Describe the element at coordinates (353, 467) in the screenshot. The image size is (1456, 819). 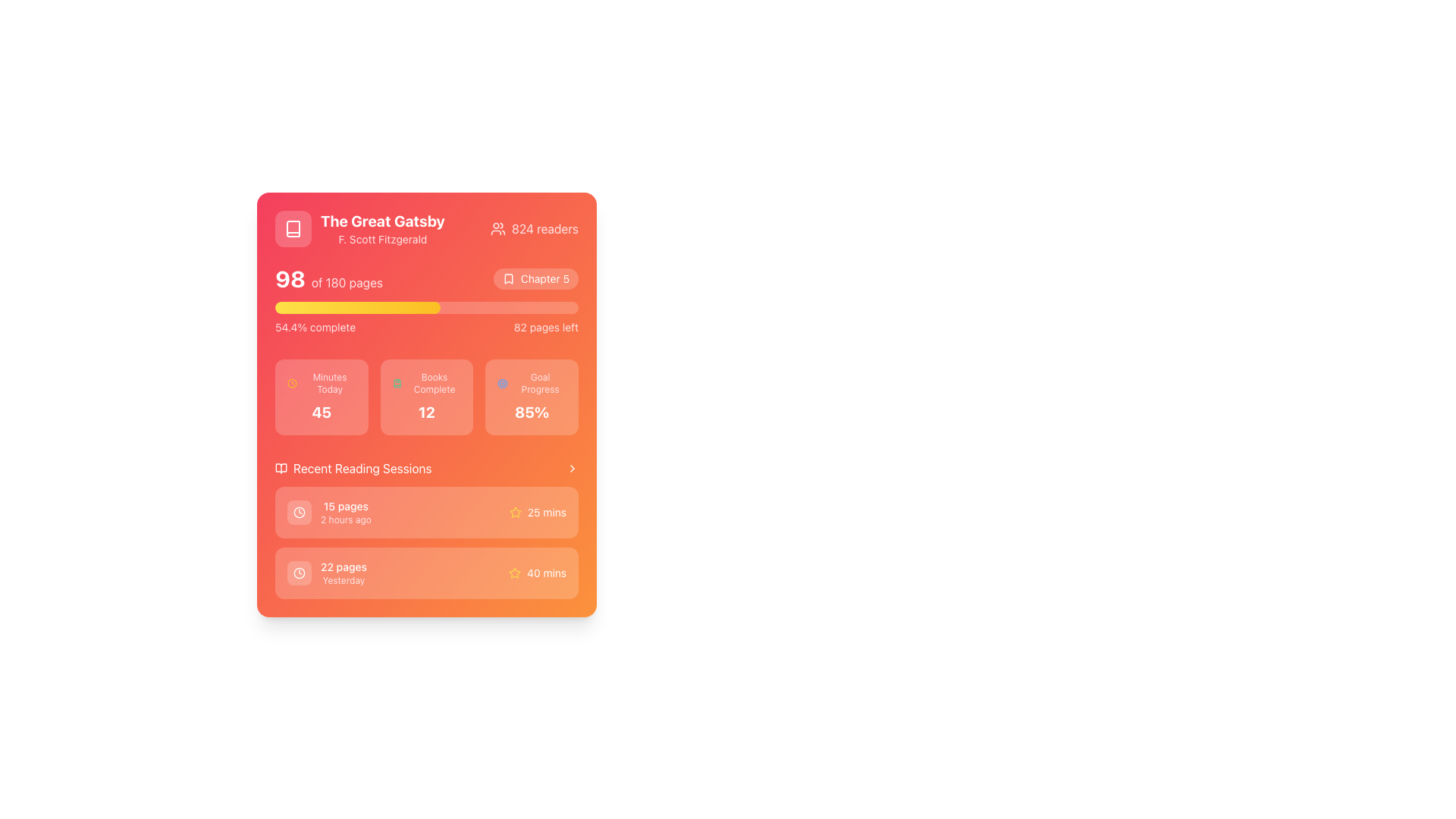
I see `the label with icon that indicates the section for recent reading sessions, positioned at the lower section of the card-like structure` at that location.